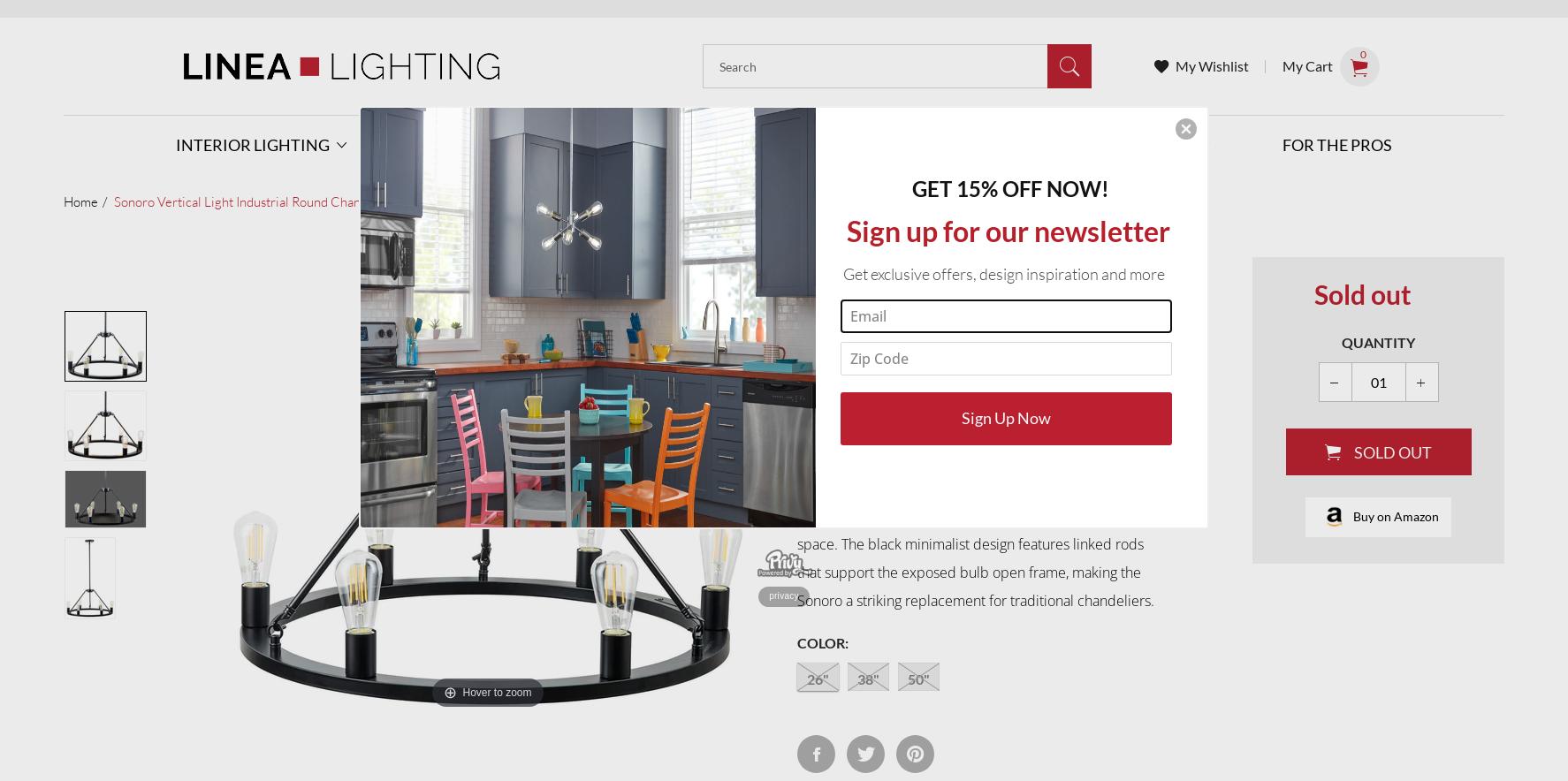 Image resolution: width=1568 pixels, height=781 pixels. What do you see at coordinates (981, 371) in the screenshot?
I see `'Installation instructions'` at bounding box center [981, 371].